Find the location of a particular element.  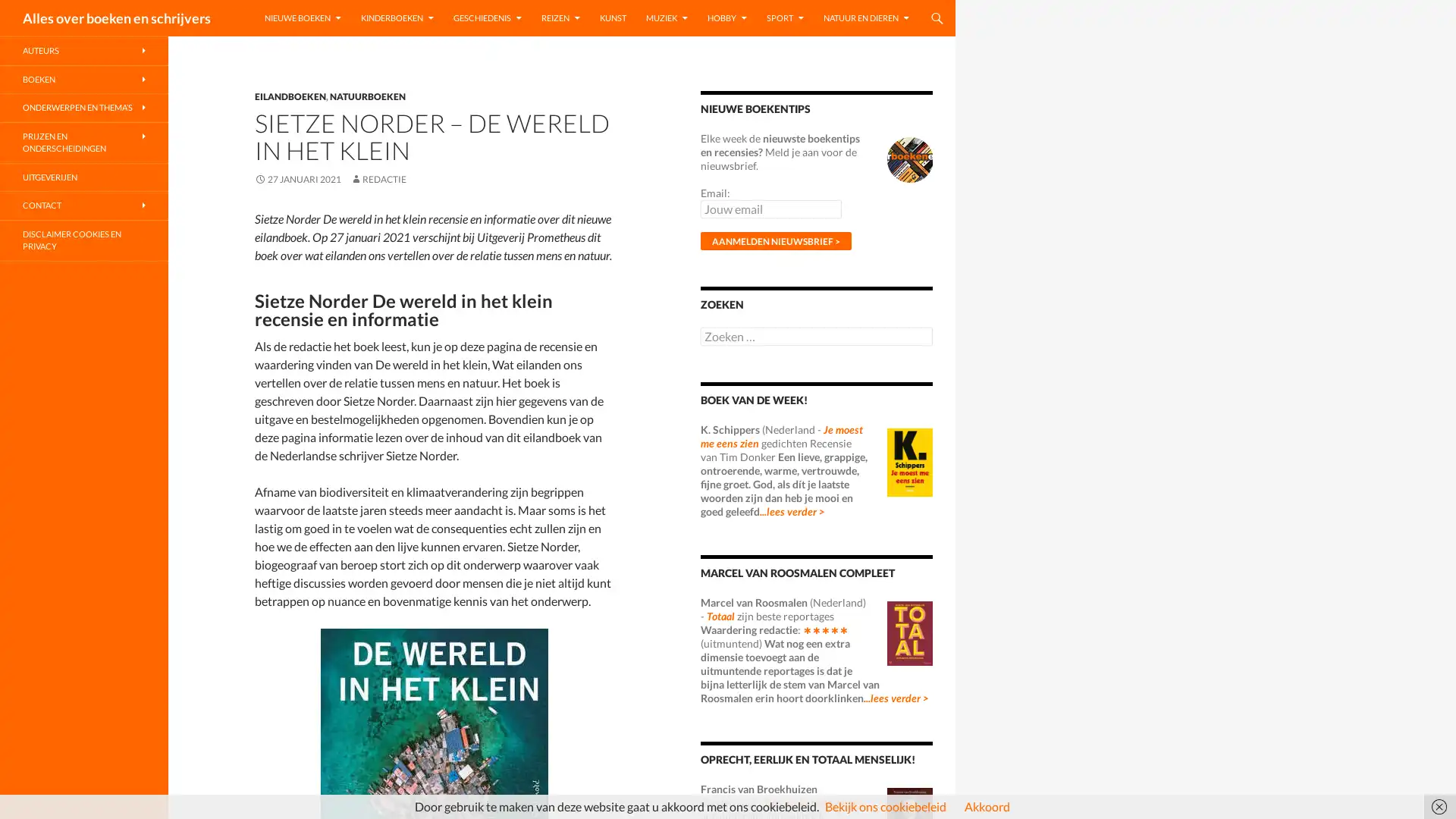

Aanmelden nieuwsbrief > is located at coordinates (776, 240).